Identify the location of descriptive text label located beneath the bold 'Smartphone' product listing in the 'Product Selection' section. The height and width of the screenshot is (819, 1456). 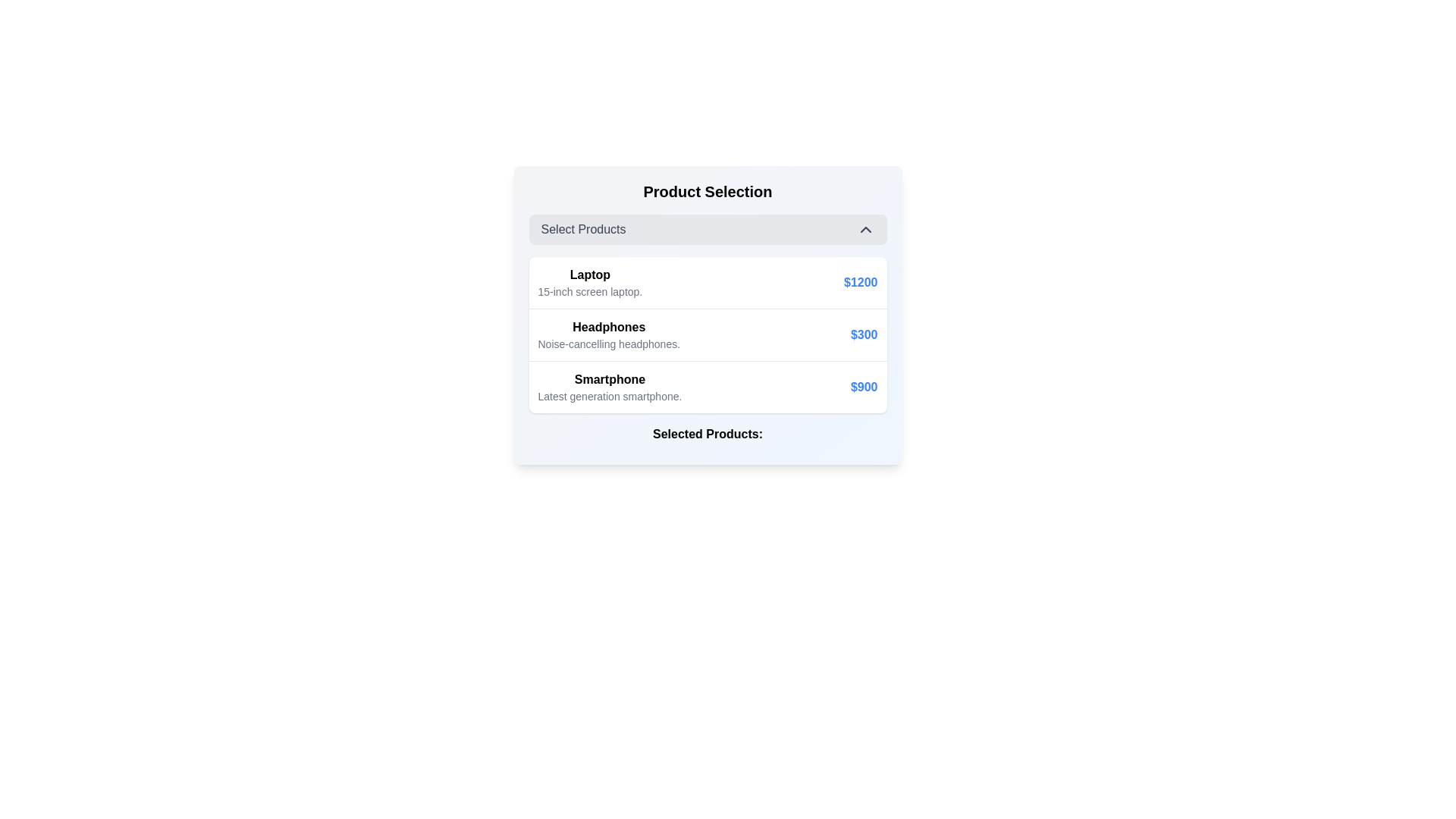
(610, 396).